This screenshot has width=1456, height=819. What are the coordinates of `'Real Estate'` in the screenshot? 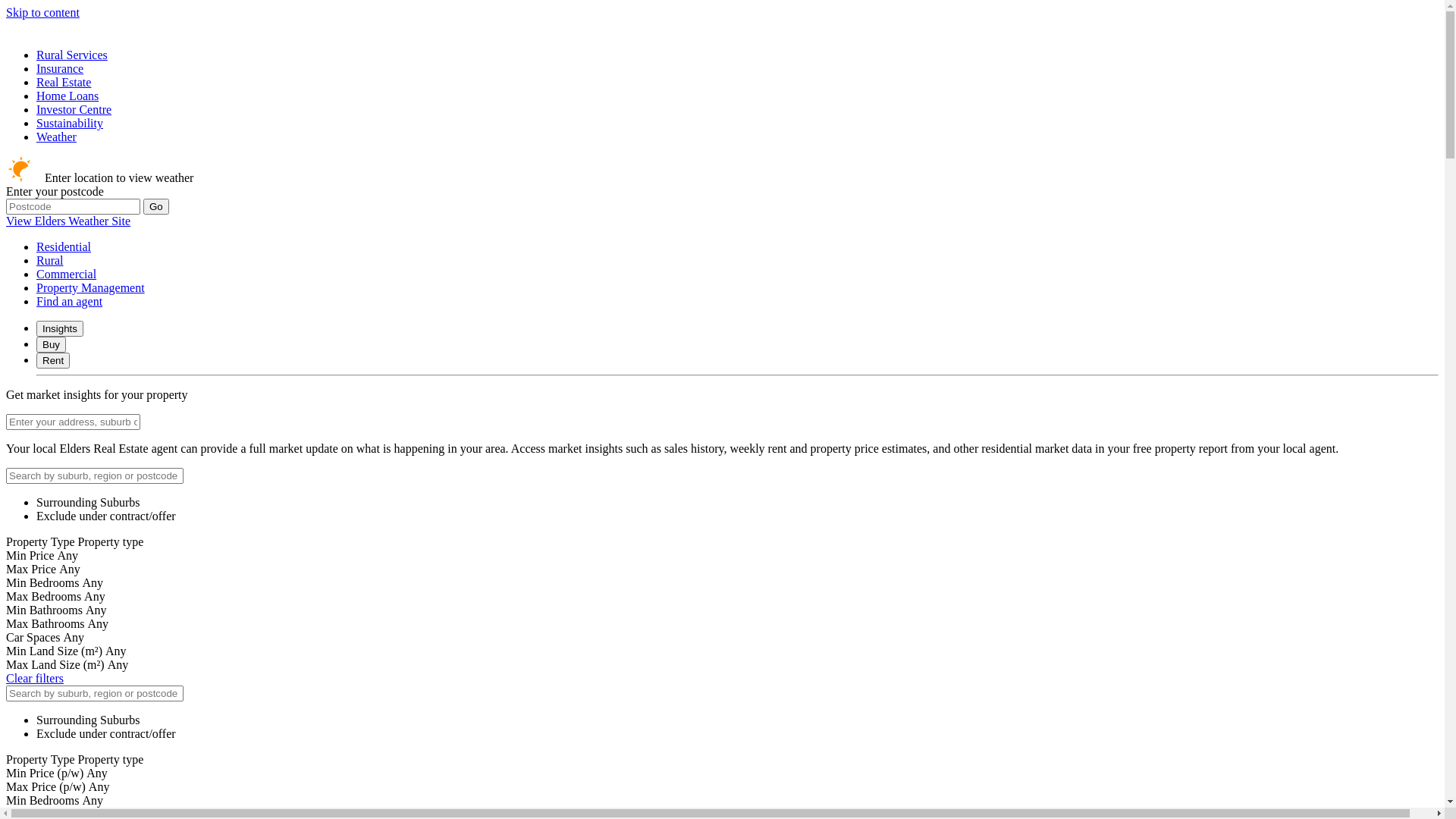 It's located at (36, 82).